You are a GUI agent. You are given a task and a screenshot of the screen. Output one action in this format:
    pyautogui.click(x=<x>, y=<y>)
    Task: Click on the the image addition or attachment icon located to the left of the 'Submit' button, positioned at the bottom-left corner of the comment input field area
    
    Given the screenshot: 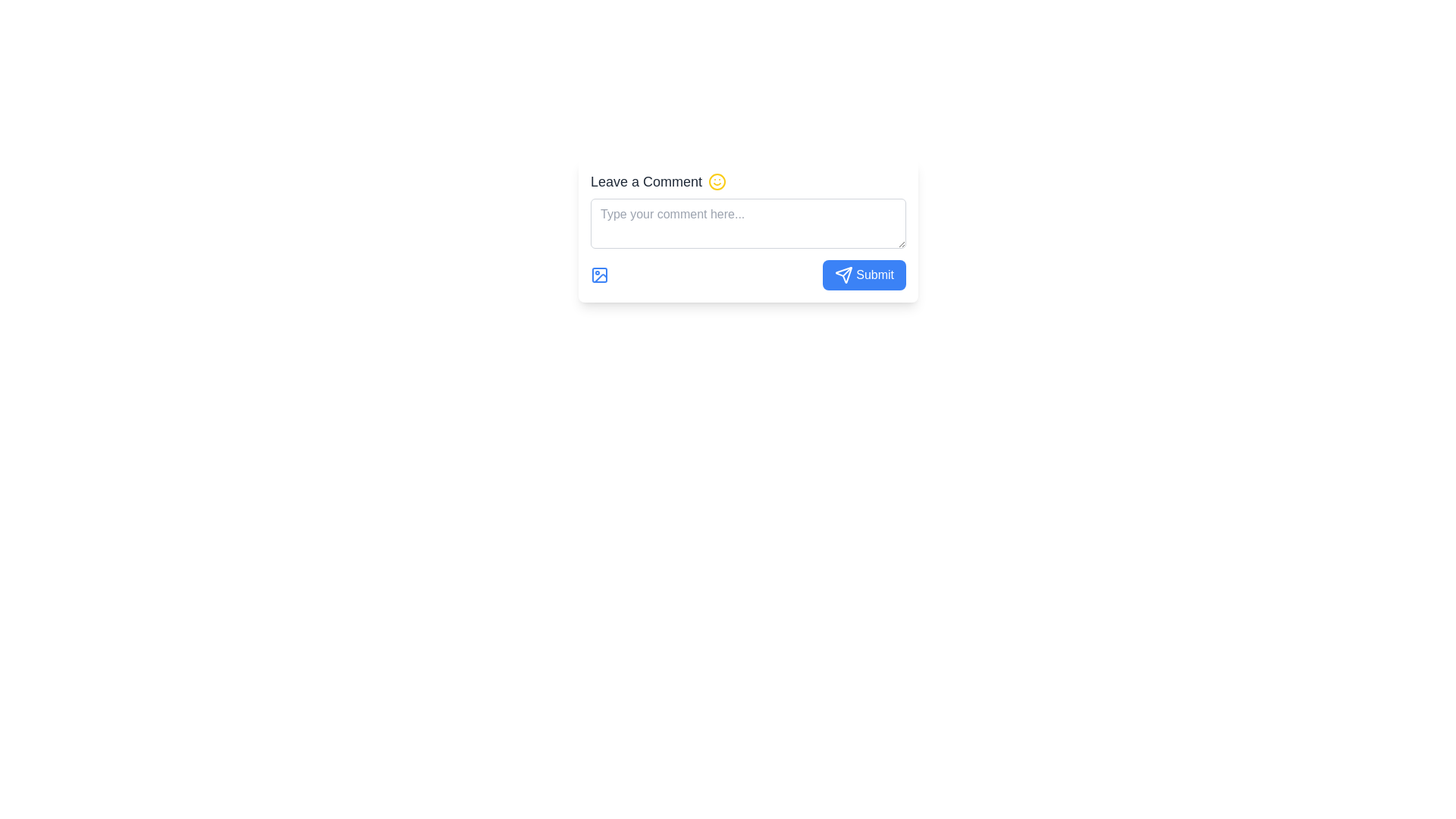 What is the action you would take?
    pyautogui.click(x=599, y=275)
    